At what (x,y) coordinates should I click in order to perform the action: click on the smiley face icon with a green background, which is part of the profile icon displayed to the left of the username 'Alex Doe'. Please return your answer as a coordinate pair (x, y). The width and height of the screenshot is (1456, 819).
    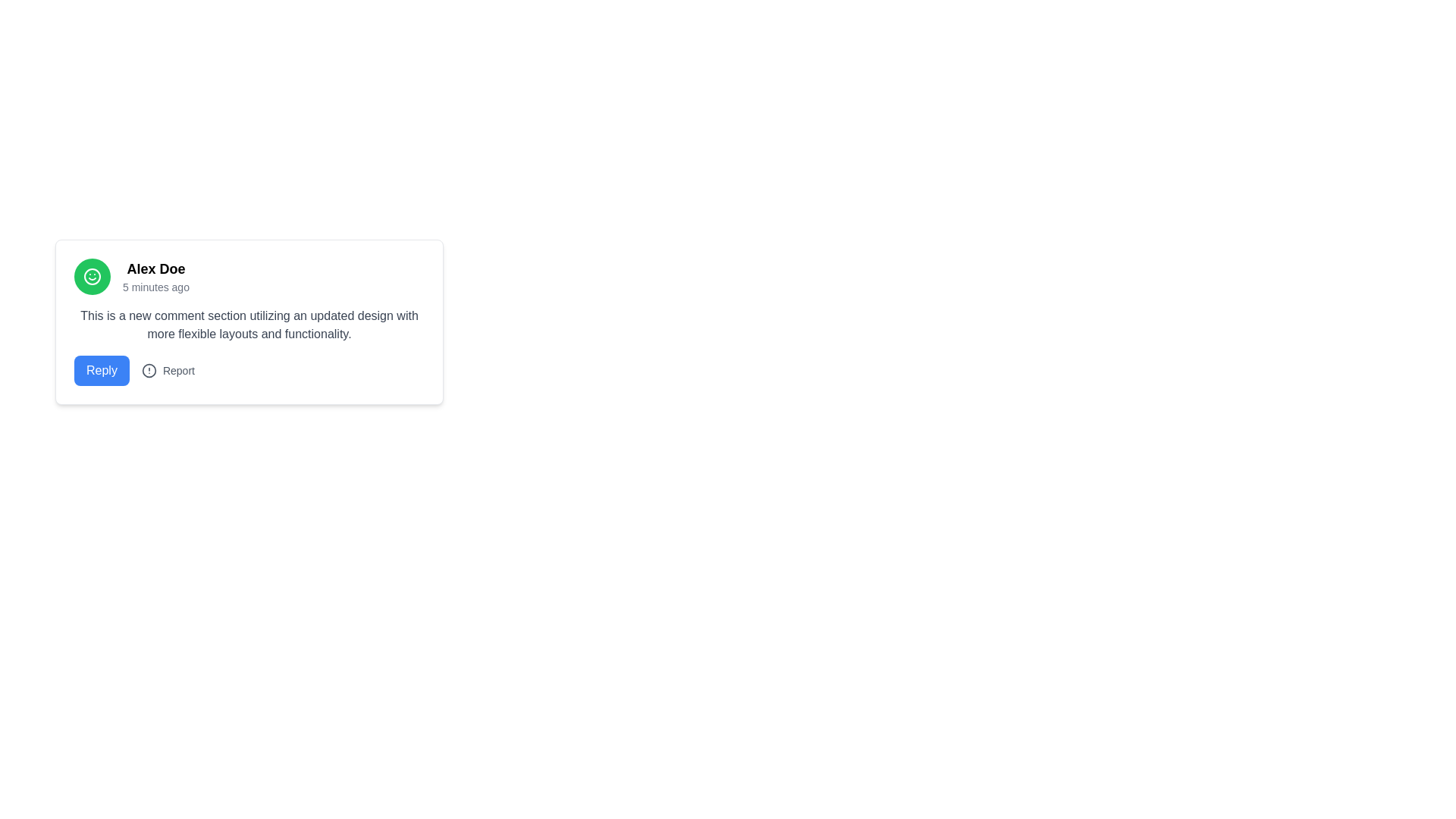
    Looking at the image, I should click on (91, 277).